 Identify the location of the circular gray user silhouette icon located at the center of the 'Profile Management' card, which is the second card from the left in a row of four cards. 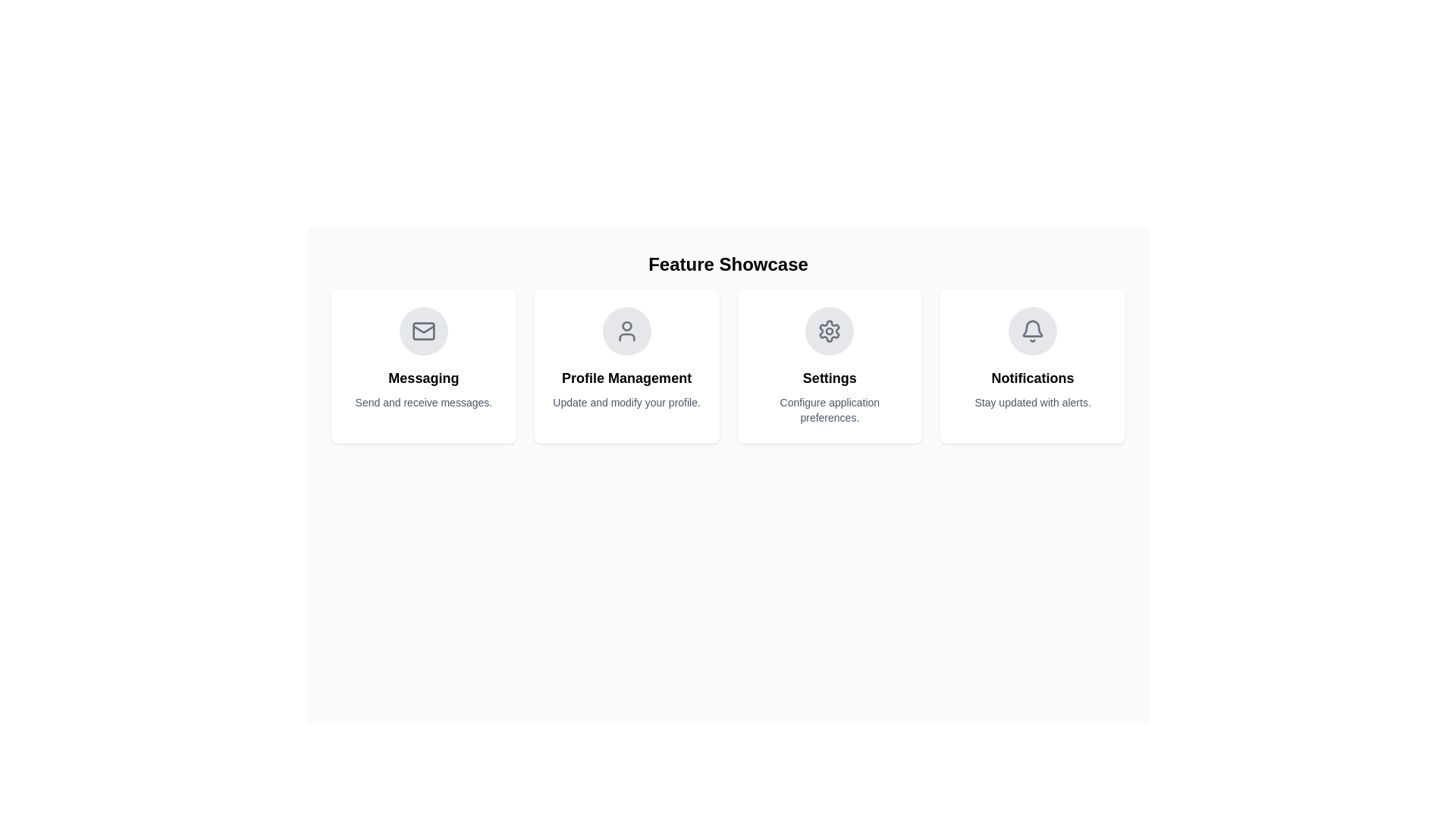
(626, 330).